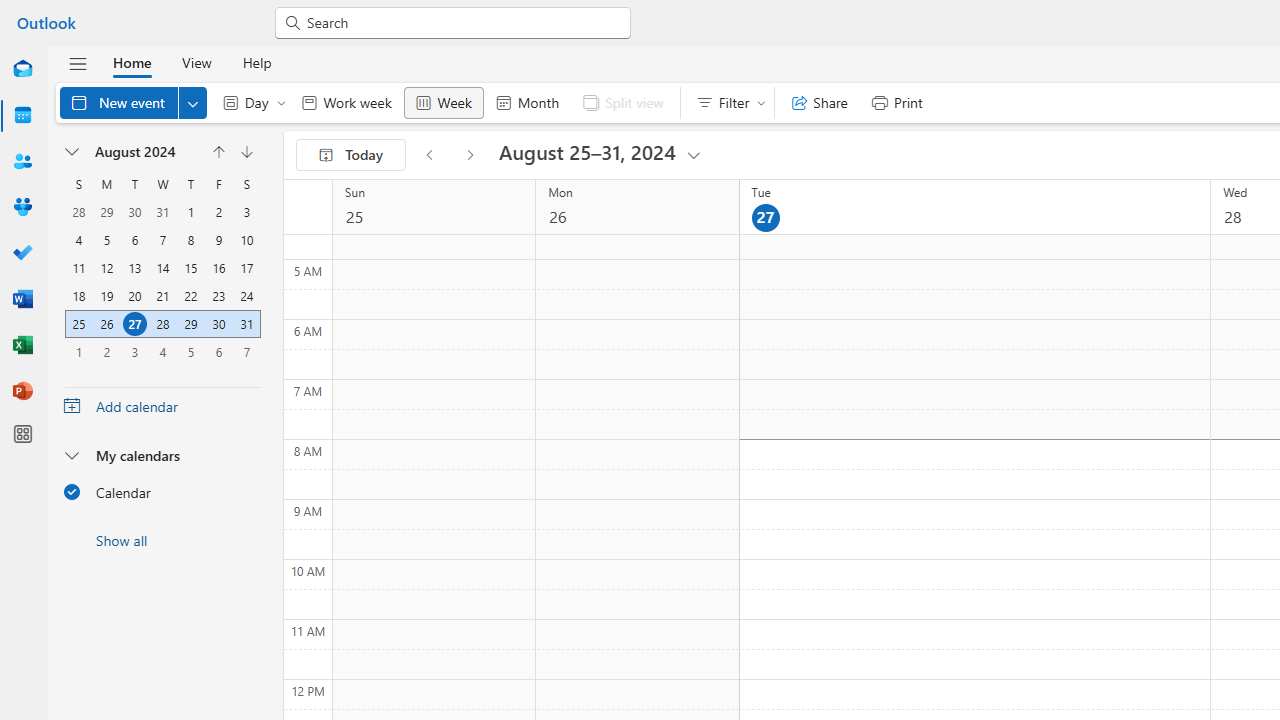 Image resolution: width=1280 pixels, height=720 pixels. Describe the element at coordinates (105, 212) in the screenshot. I see `'29, July, 2024'` at that location.